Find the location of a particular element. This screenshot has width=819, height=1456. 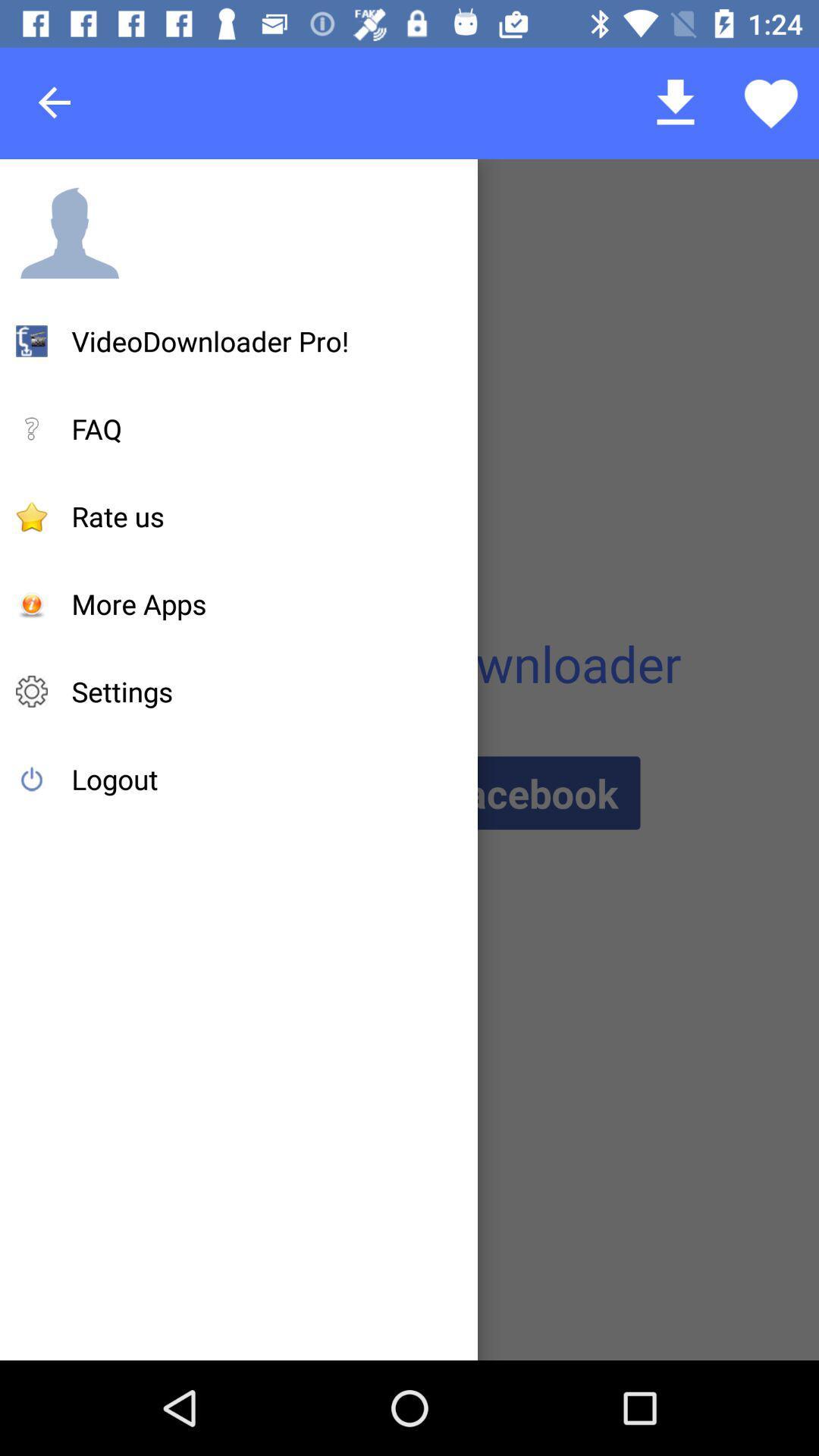

item below the faq icon is located at coordinates (117, 516).